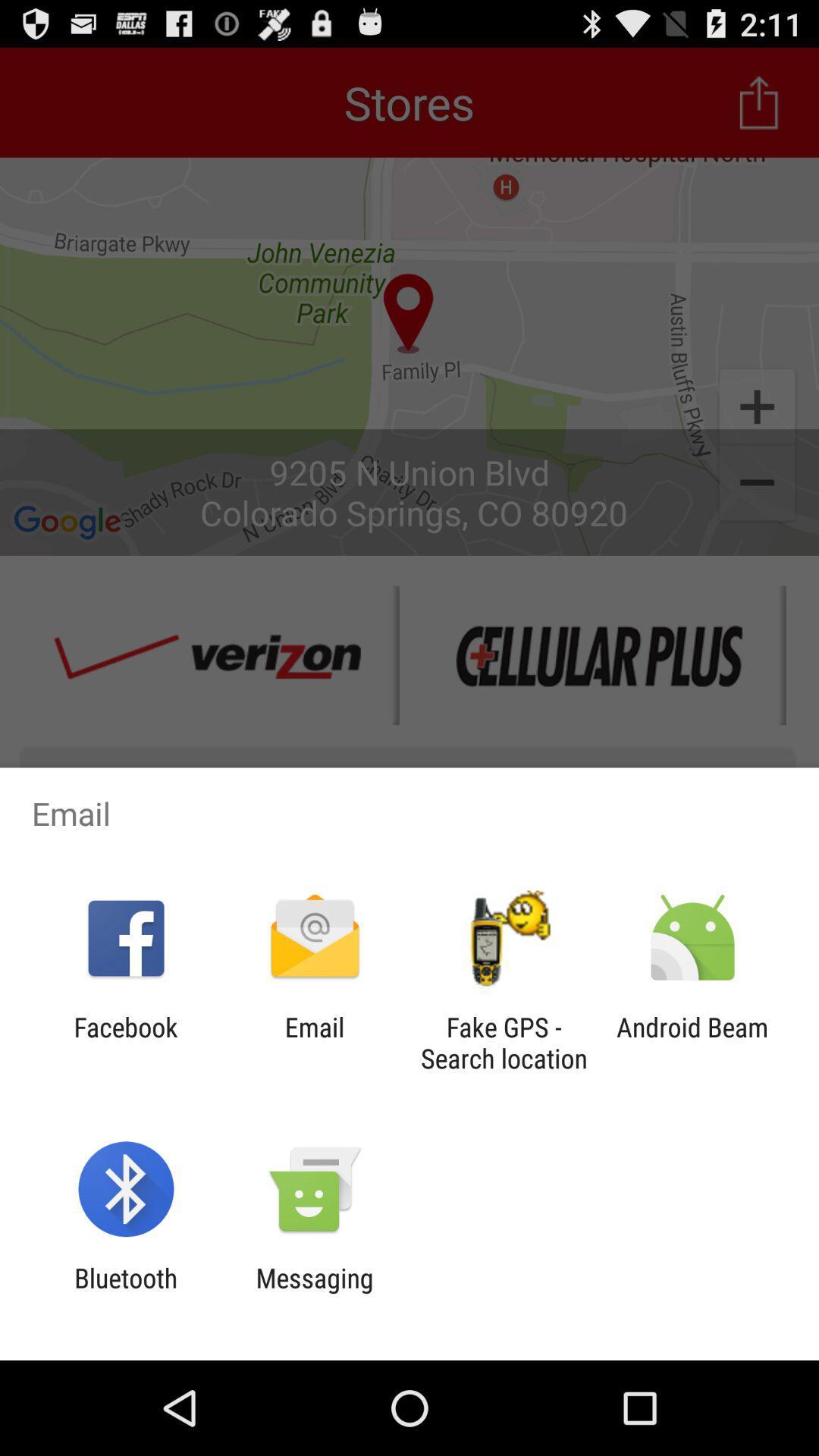  What do you see at coordinates (125, 1293) in the screenshot?
I see `icon to the left of messaging item` at bounding box center [125, 1293].